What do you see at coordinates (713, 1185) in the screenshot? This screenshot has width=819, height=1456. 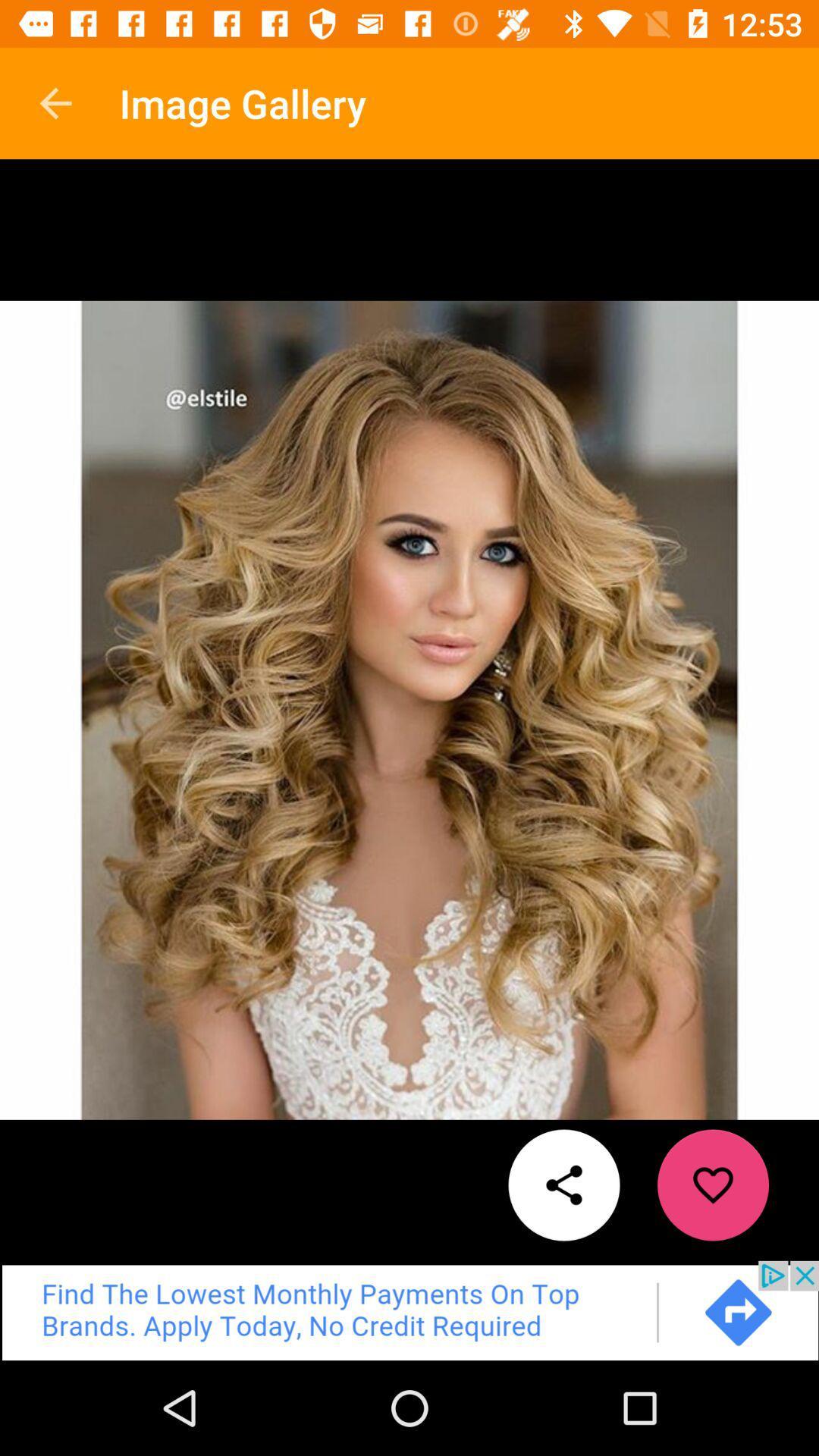 I see `the favorite icon` at bounding box center [713, 1185].